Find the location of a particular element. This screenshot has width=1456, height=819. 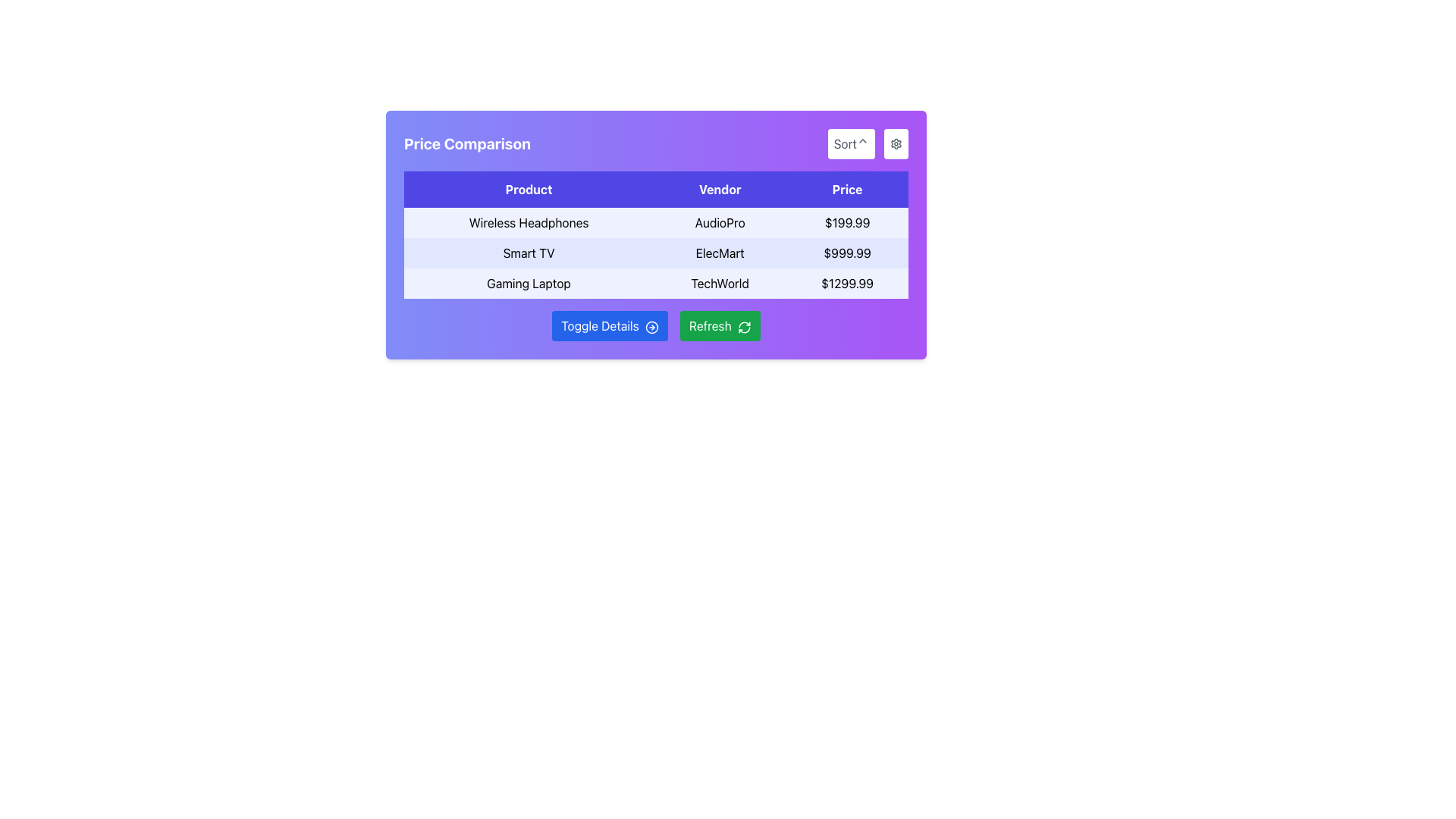

the upward-pointing gray chevron icon located to the right of the 'Sort' label is located at coordinates (862, 140).